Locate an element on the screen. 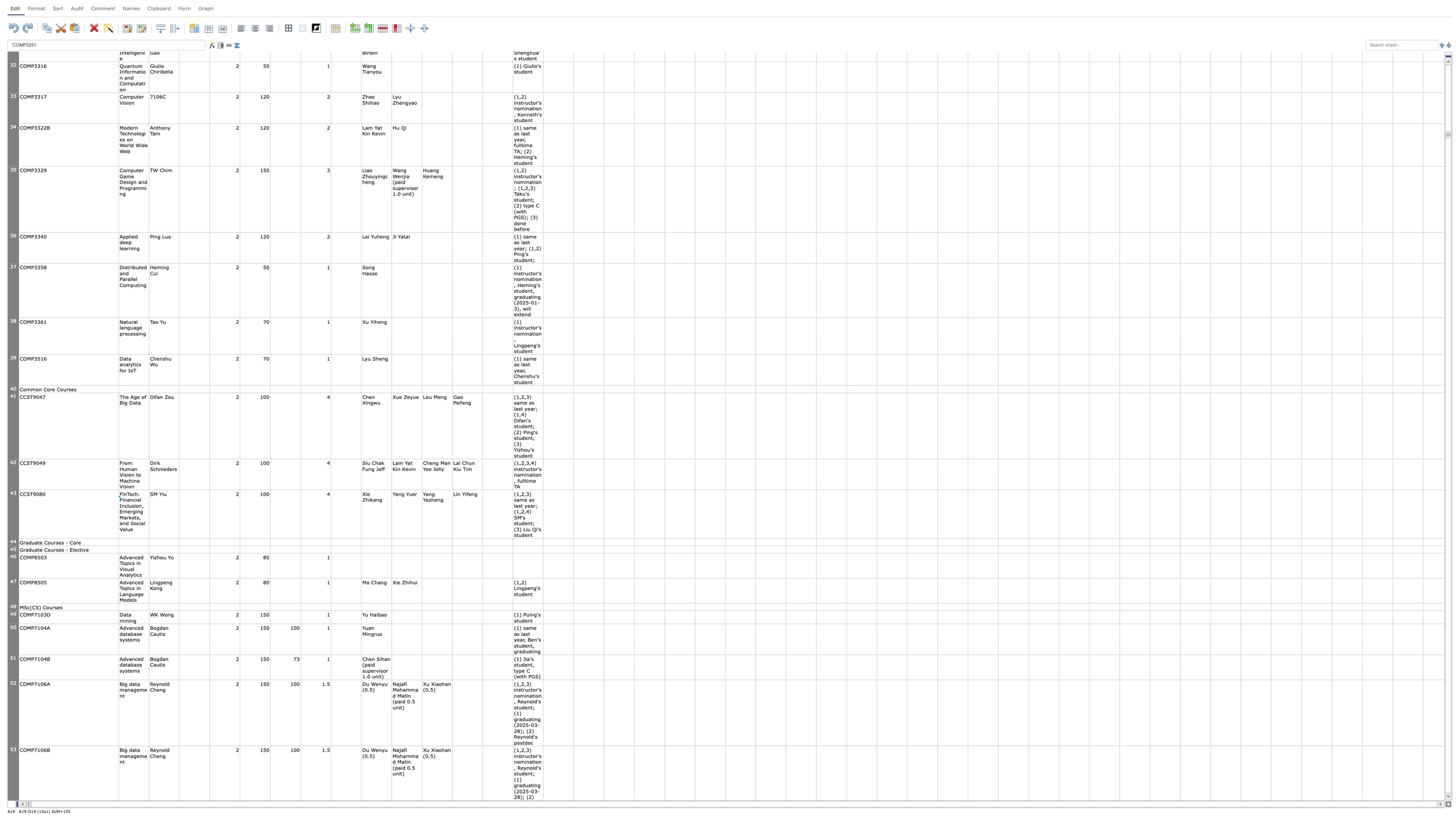 The width and height of the screenshot is (1456, 819). row header 45 is located at coordinates (13, 549).